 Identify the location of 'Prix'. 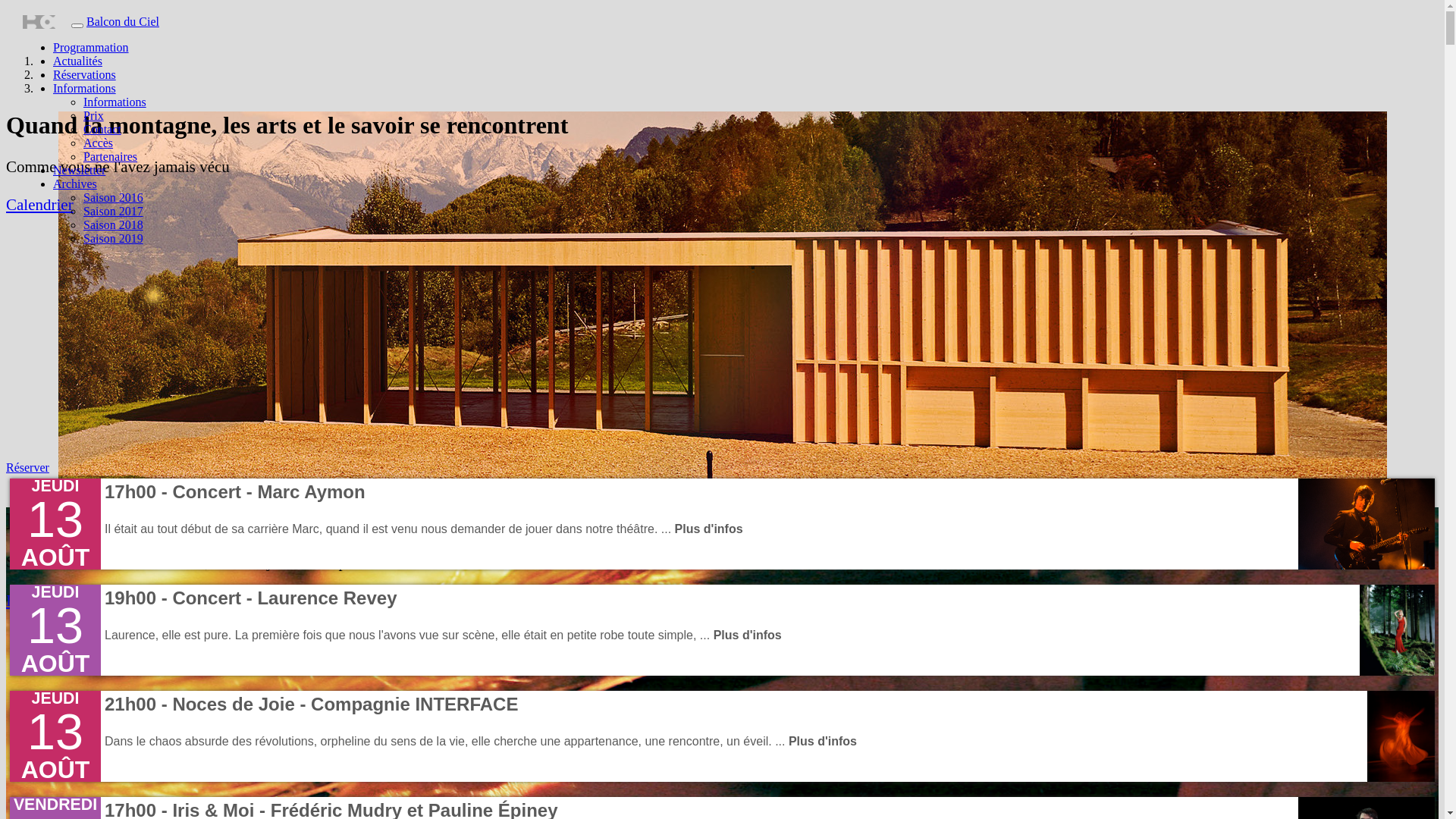
(93, 115).